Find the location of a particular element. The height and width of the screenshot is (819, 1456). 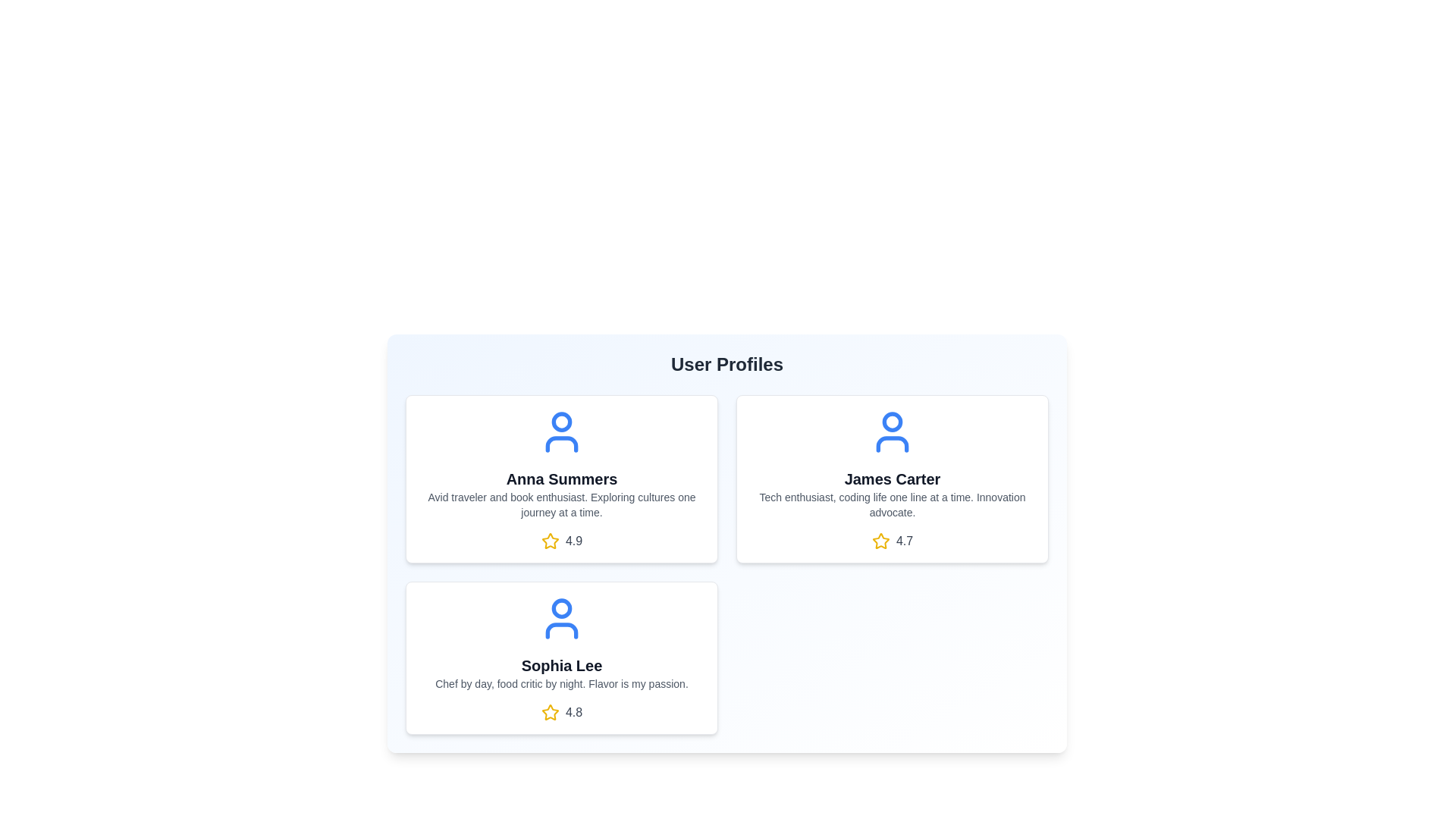

the rating for a user card to 1 stars is located at coordinates (549, 540).